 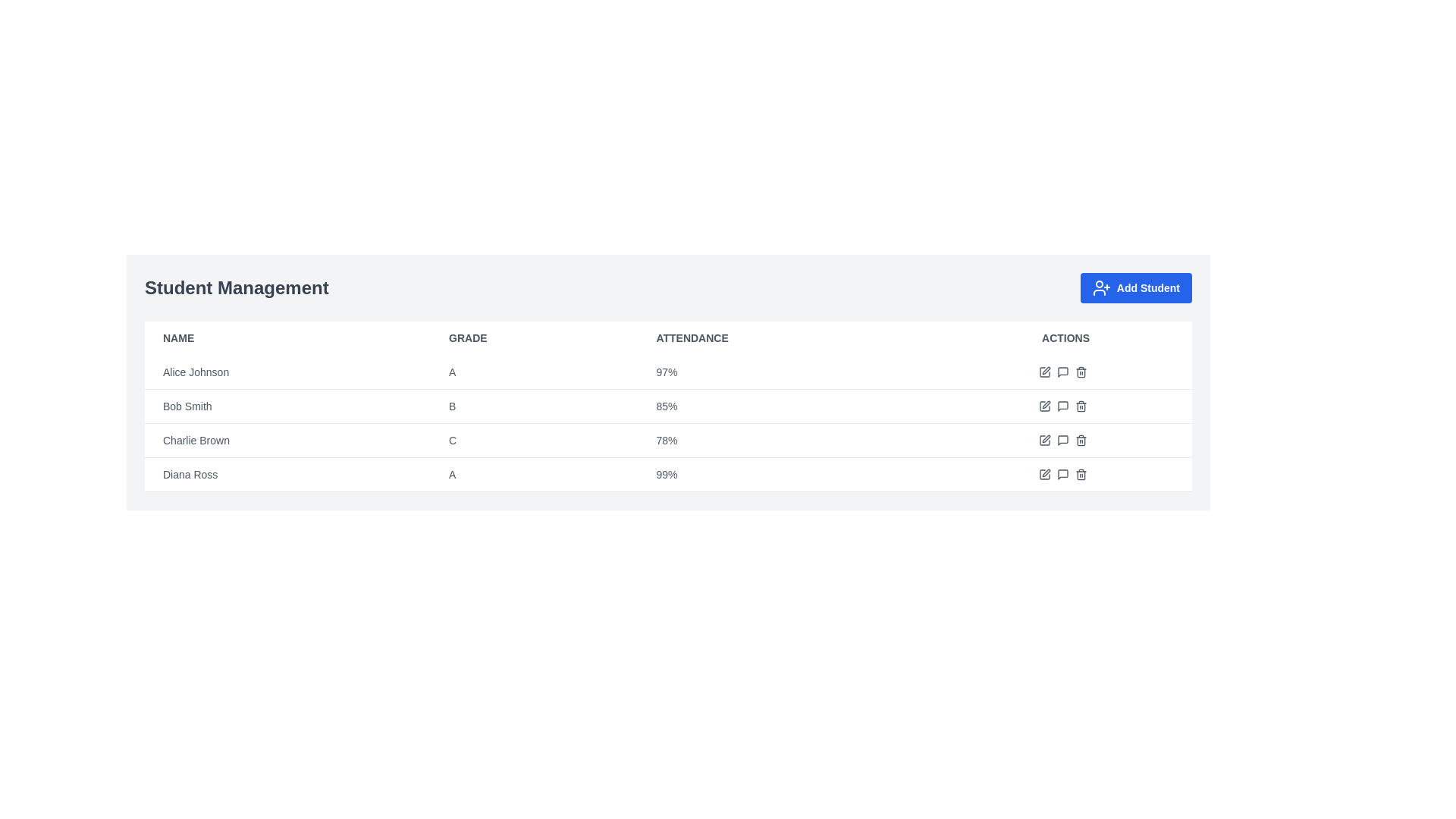 What do you see at coordinates (1043, 372) in the screenshot?
I see `the edit action icon in the 'Actions' column of the first row for 'Alice Johnson'` at bounding box center [1043, 372].